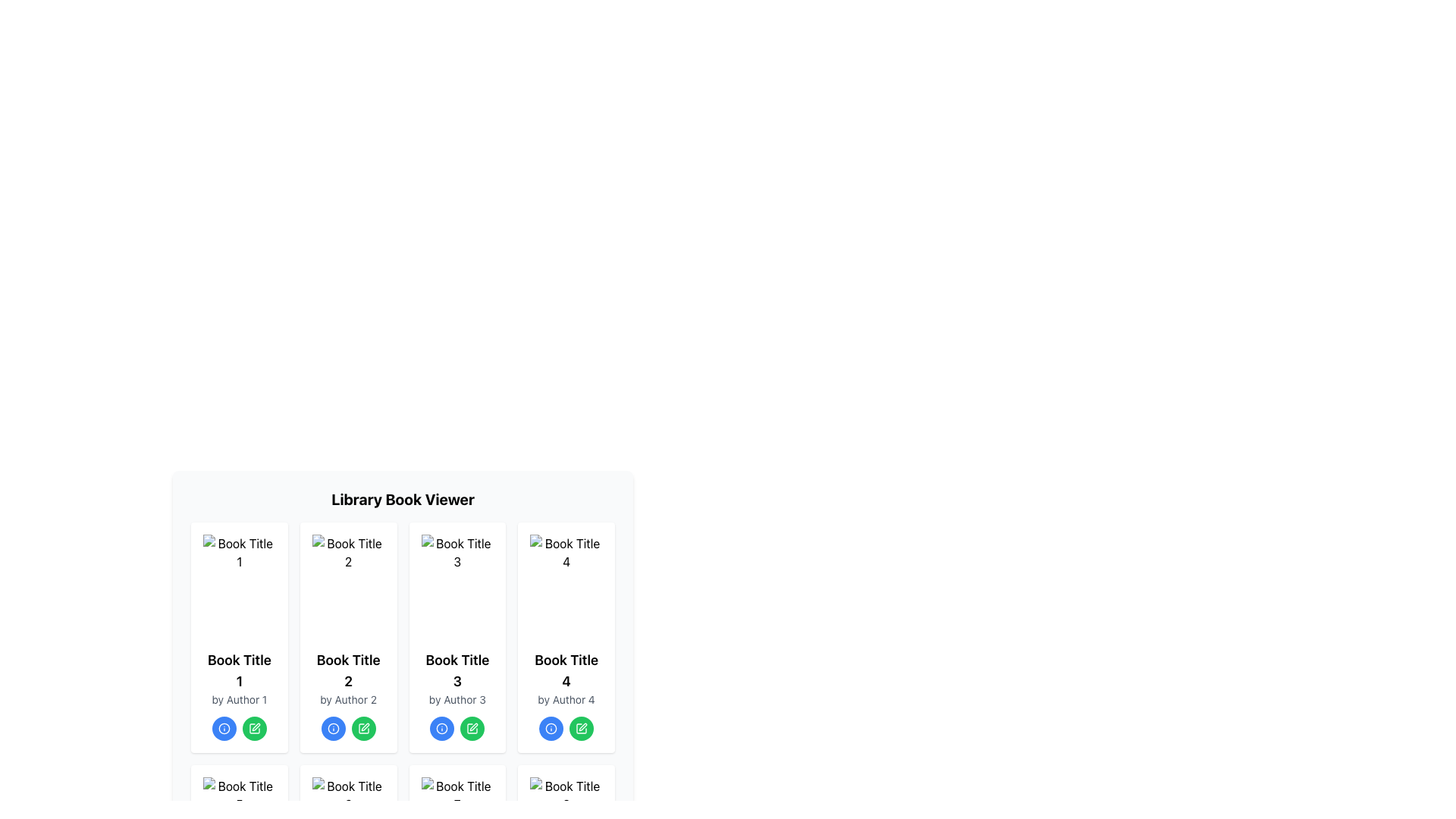  I want to click on the green edit button in the interactive button group located below 'by Author 2' in the card for 'Book Title 2', so click(347, 727).